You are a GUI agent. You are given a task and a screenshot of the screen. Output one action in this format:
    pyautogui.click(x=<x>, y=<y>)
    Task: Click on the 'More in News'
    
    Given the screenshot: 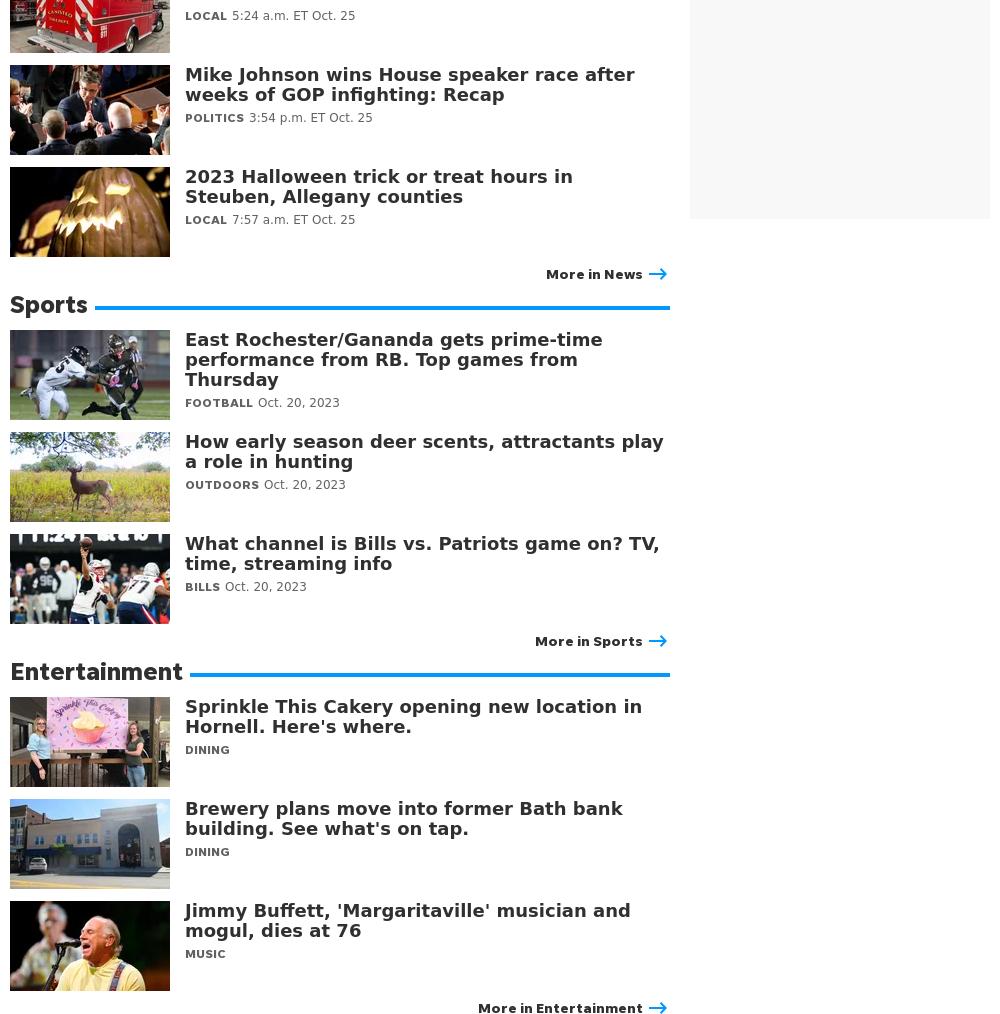 What is the action you would take?
    pyautogui.click(x=593, y=273)
    